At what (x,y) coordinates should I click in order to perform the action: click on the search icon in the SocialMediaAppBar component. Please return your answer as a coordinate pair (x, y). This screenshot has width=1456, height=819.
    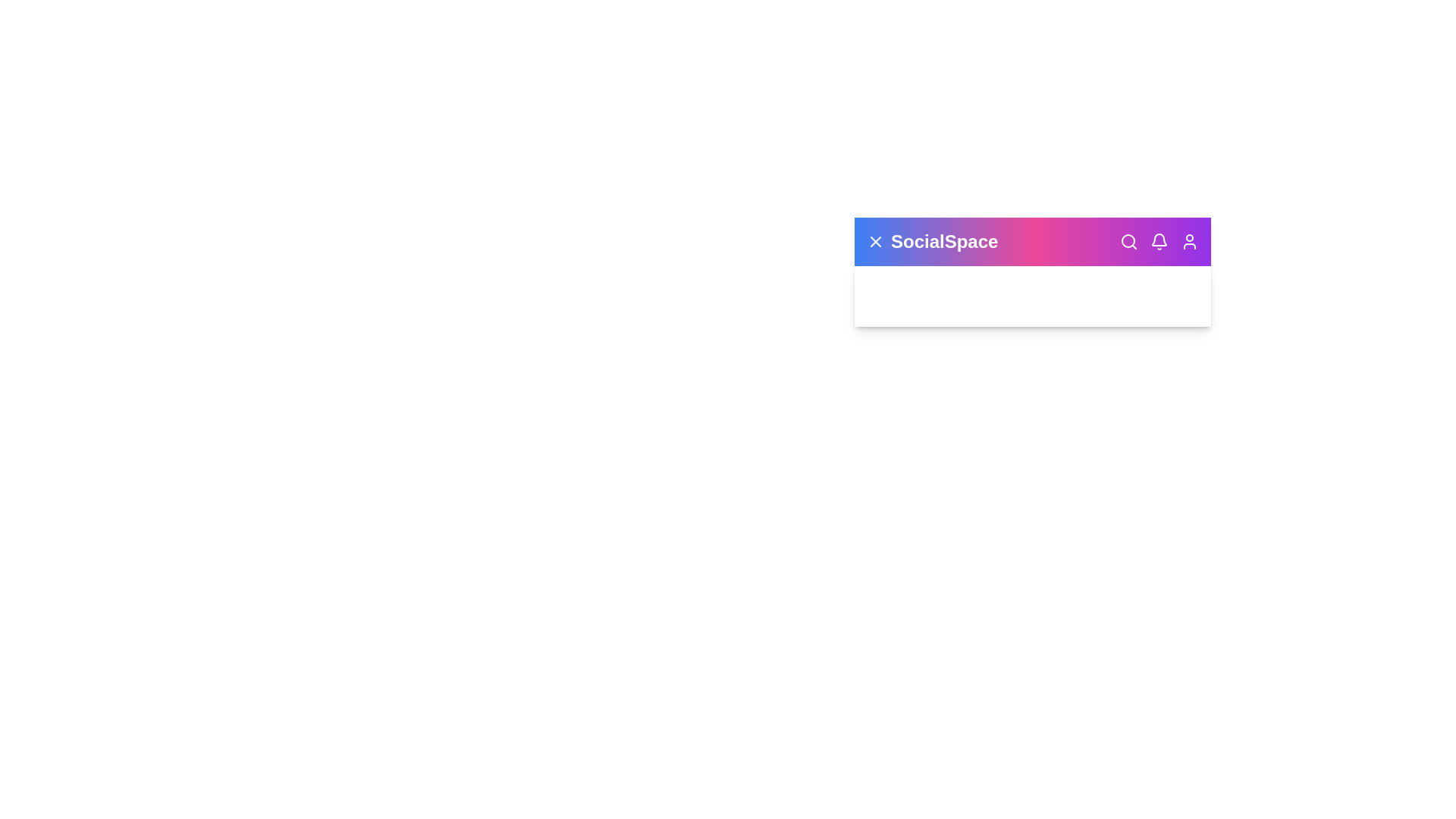
    Looking at the image, I should click on (1128, 241).